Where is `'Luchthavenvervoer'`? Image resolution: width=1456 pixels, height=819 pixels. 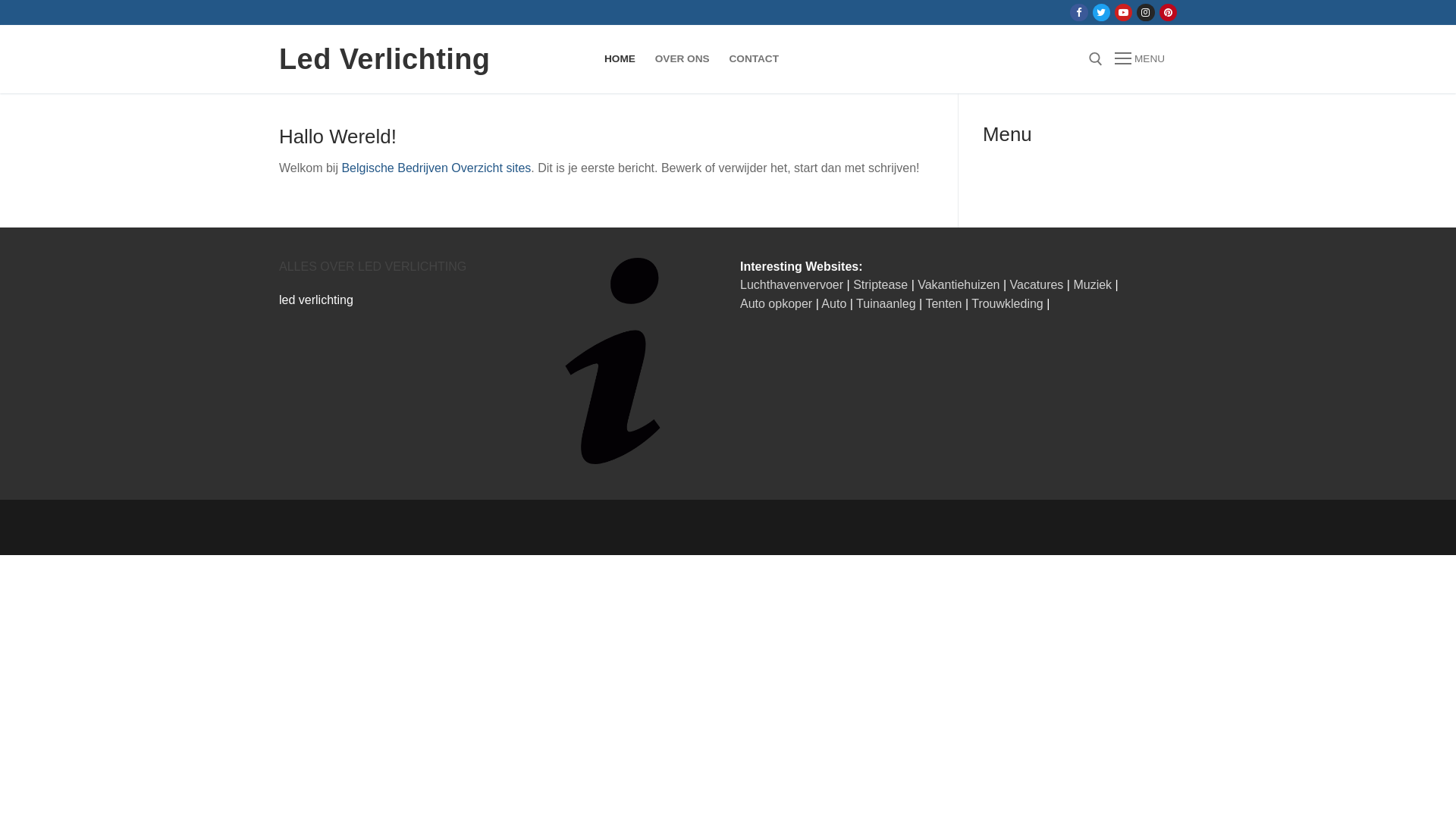
'Luchthavenvervoer' is located at coordinates (790, 284).